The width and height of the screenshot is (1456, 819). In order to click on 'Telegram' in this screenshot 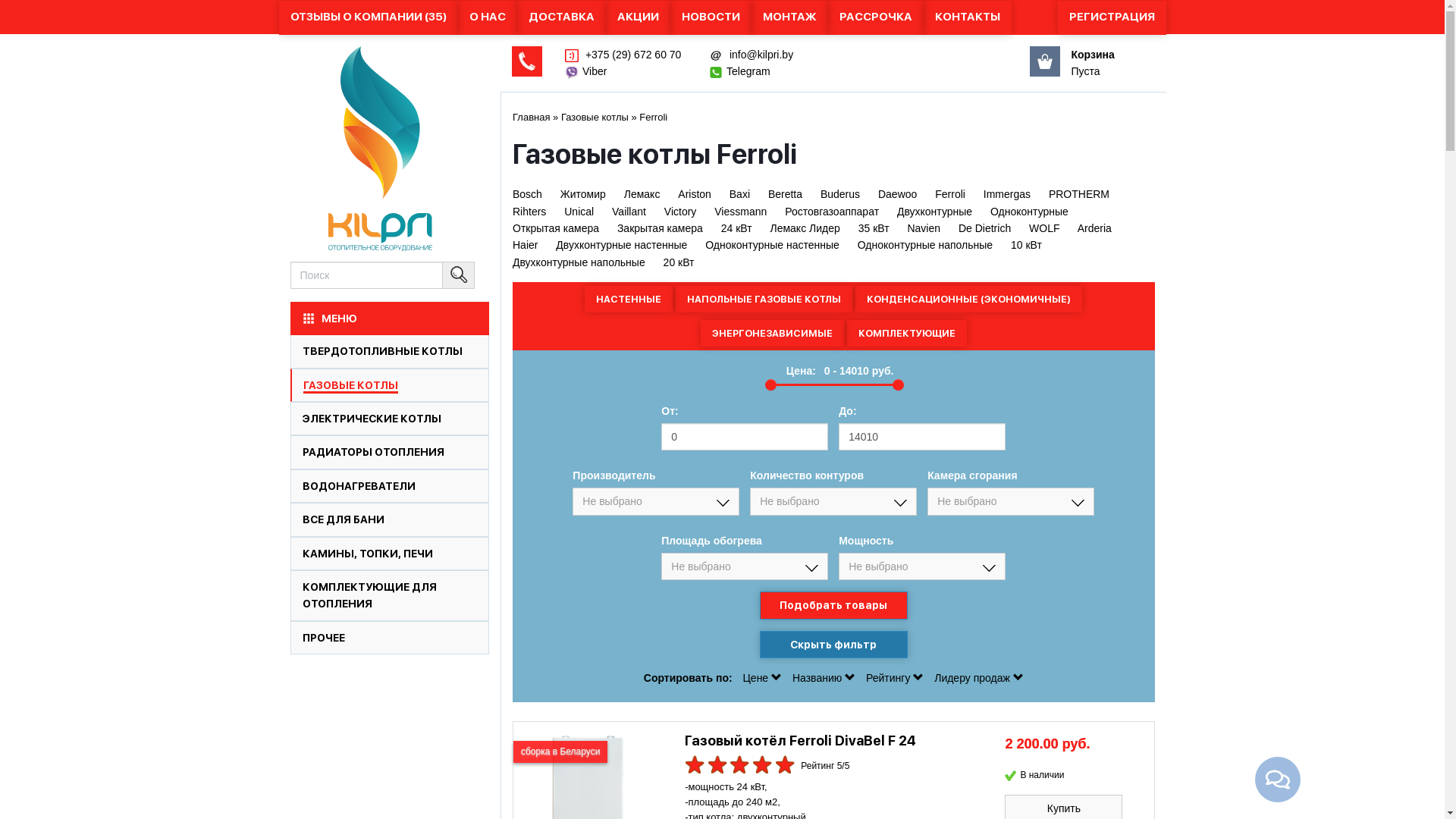, I will do `click(748, 71)`.